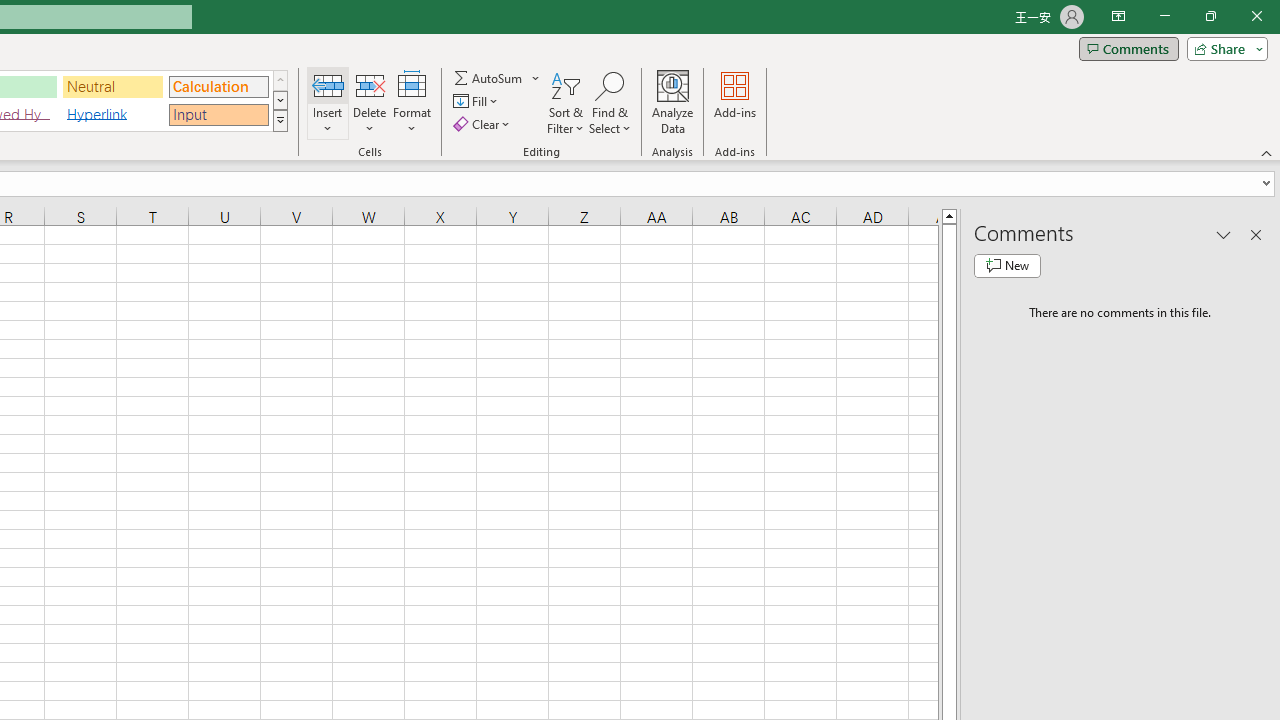 This screenshot has height=720, width=1280. Describe the element at coordinates (1209, 16) in the screenshot. I see `'Restore Down'` at that location.